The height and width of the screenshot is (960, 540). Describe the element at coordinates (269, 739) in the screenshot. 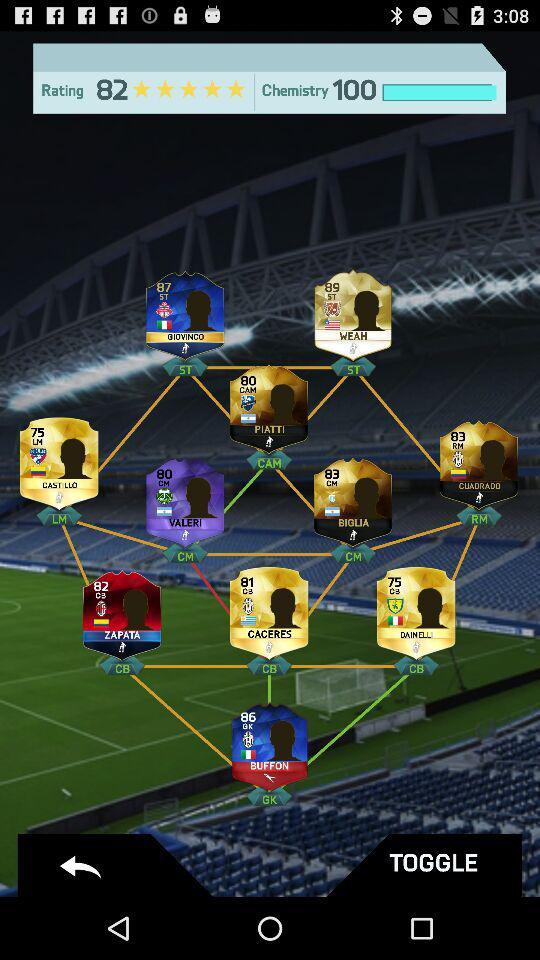

I see `click the image` at that location.